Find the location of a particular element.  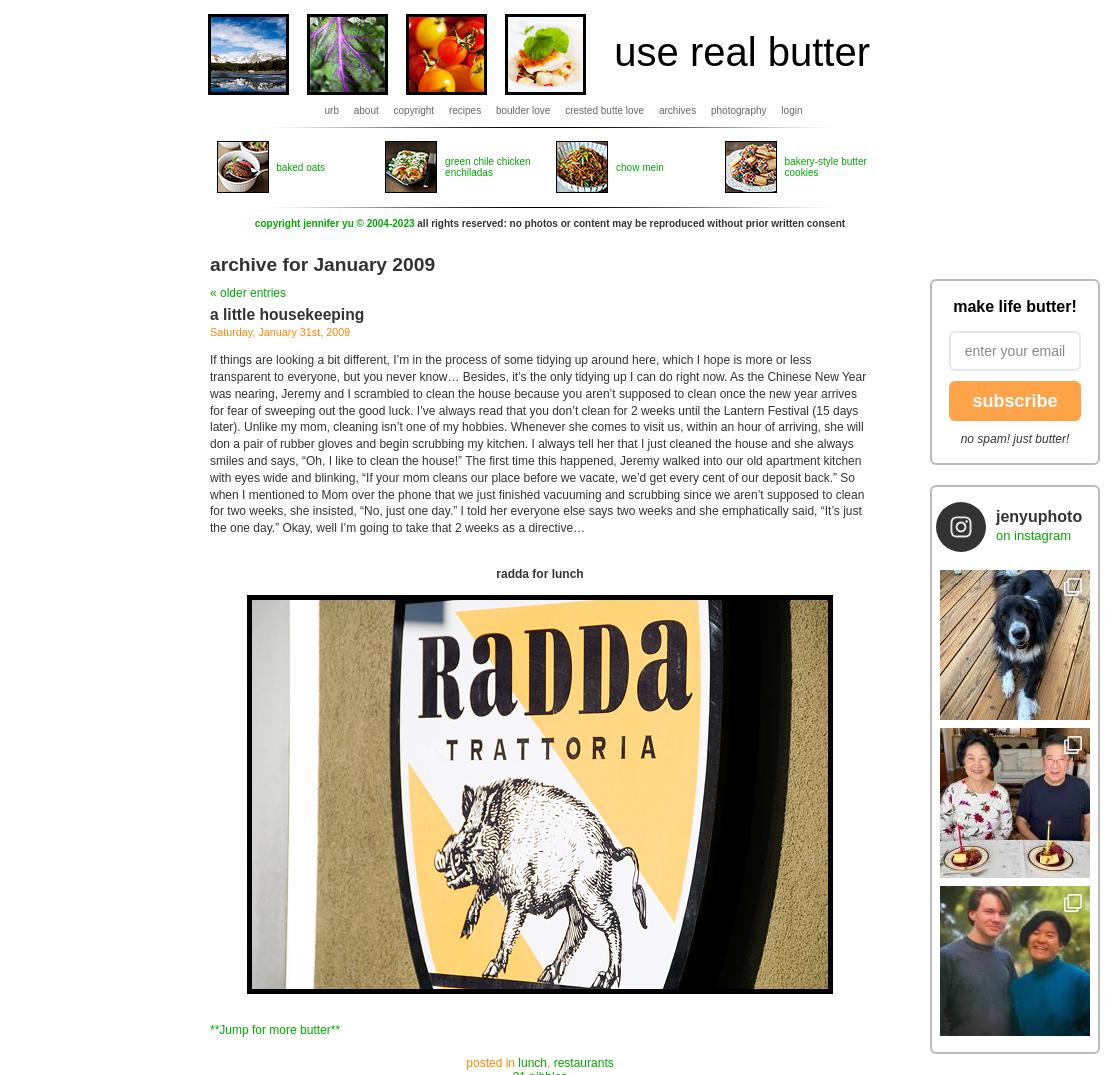

'restaurants' is located at coordinates (582, 1062).